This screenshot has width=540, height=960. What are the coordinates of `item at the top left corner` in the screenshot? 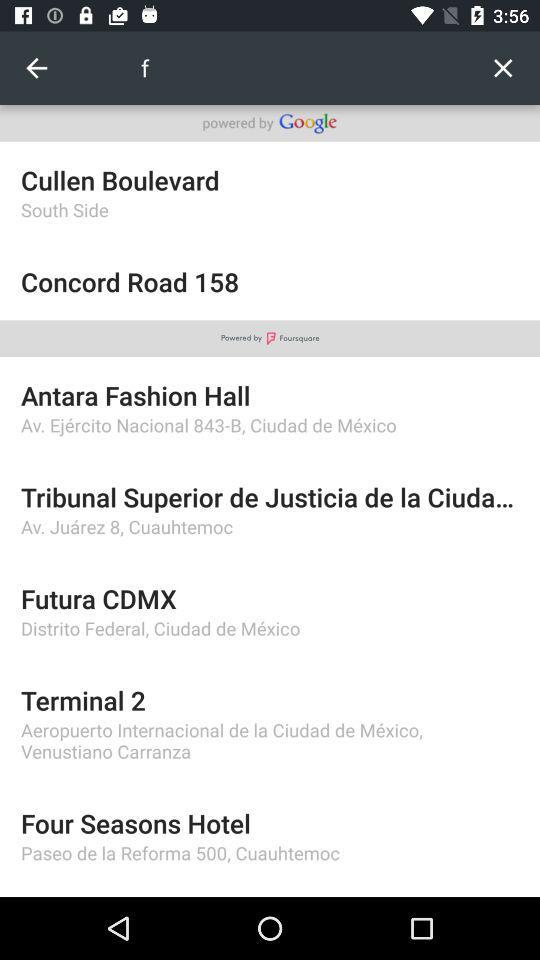 It's located at (36, 68).